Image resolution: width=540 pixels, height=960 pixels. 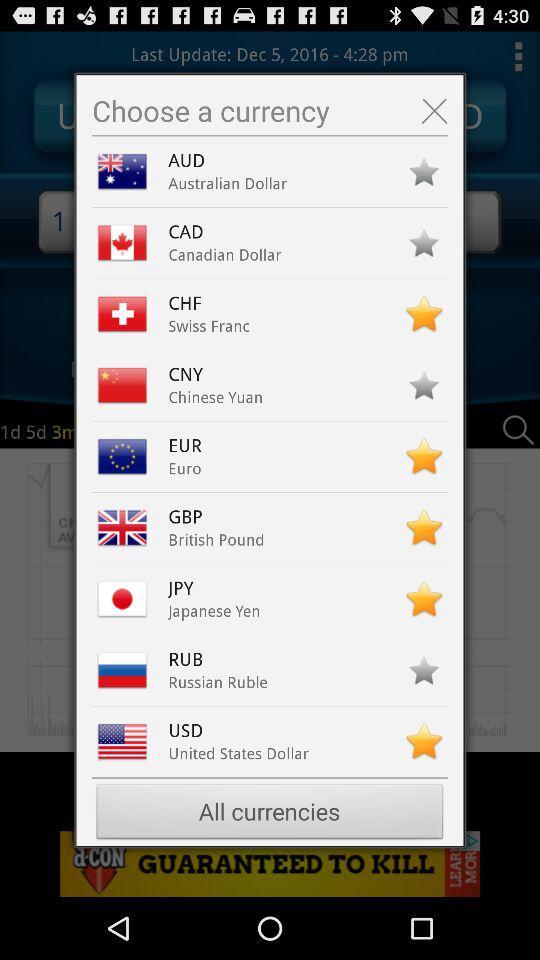 What do you see at coordinates (213, 610) in the screenshot?
I see `the item above rub item` at bounding box center [213, 610].